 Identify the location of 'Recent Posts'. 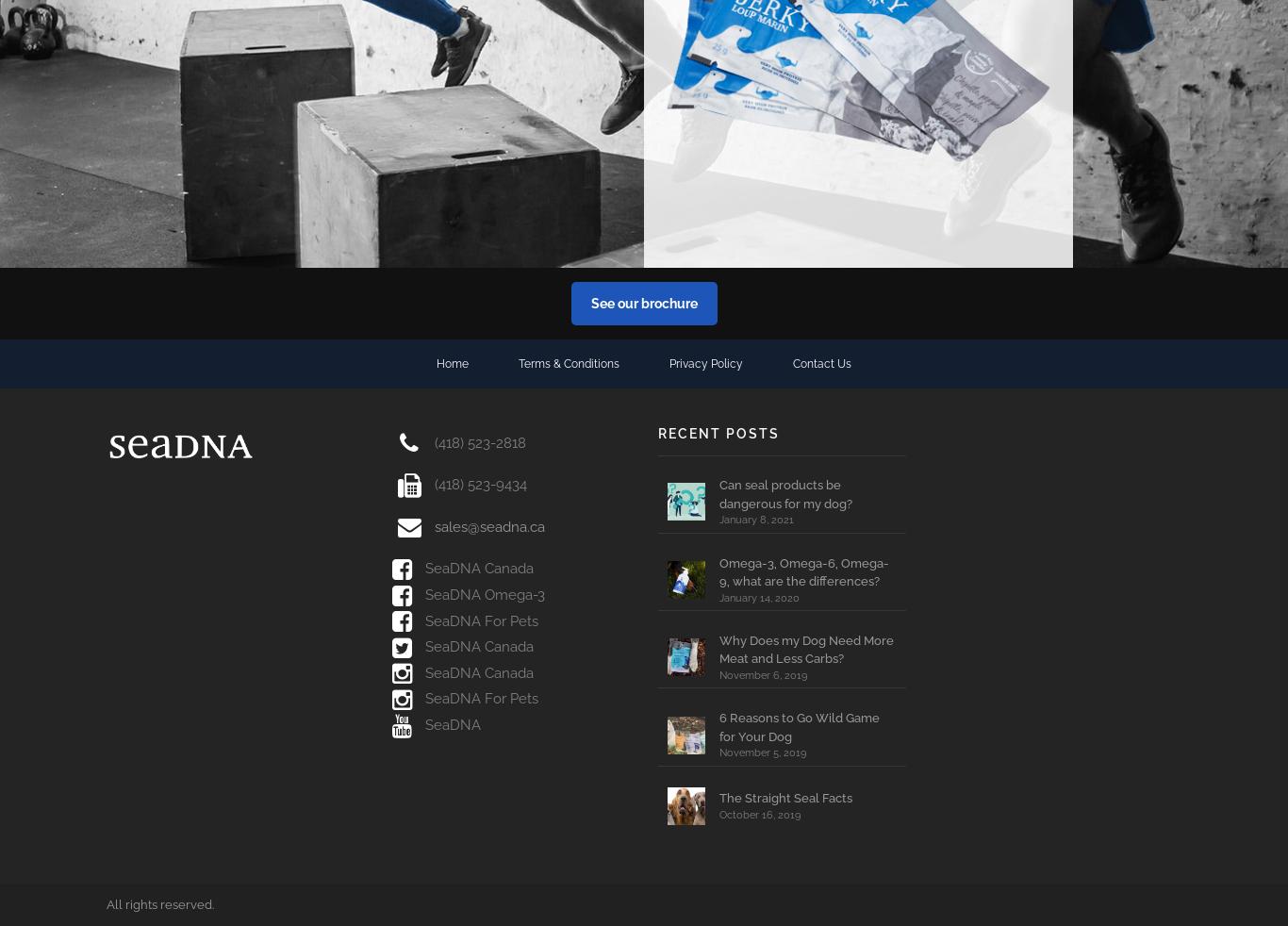
(658, 432).